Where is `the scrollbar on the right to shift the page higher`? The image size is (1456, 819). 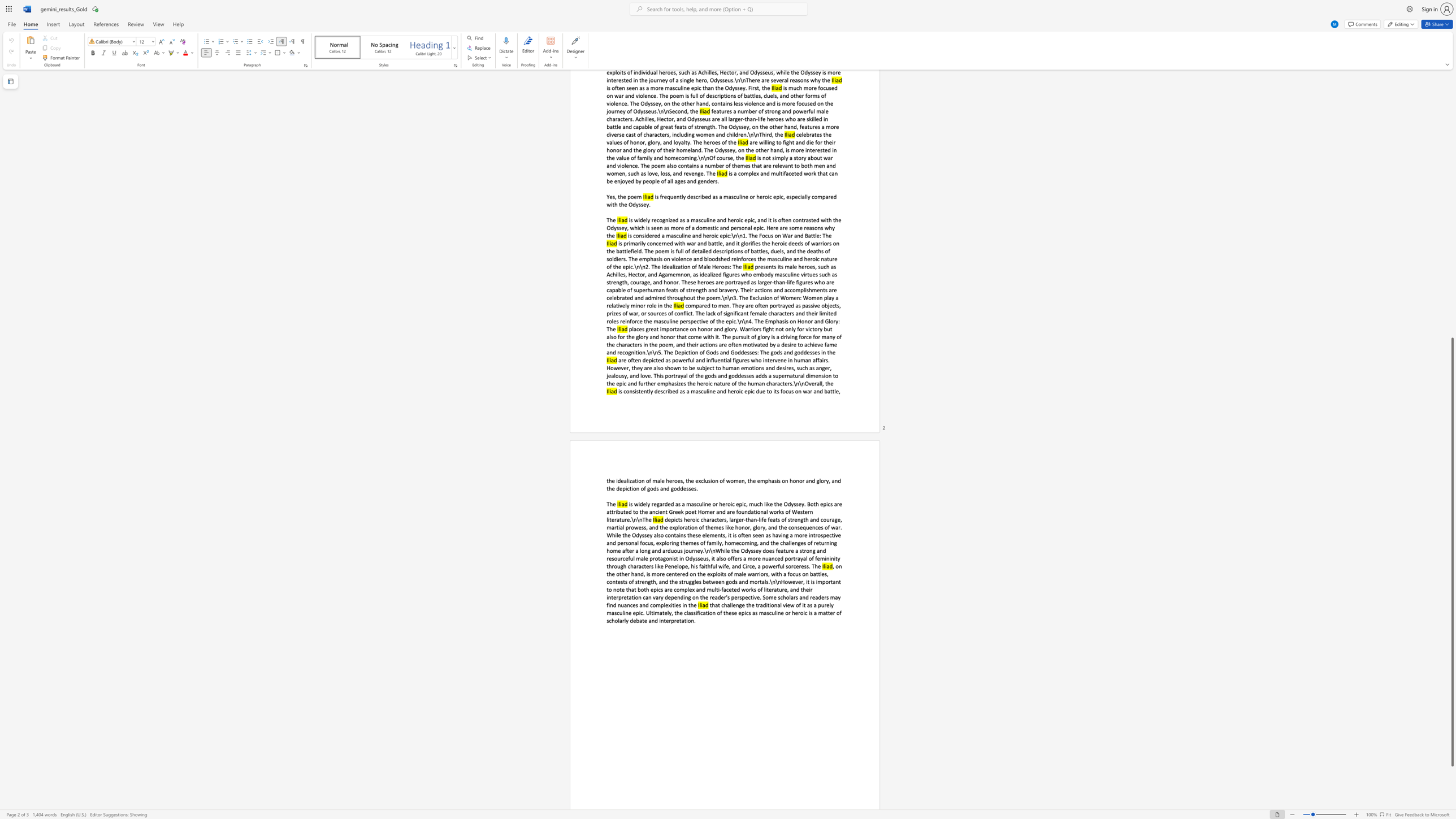
the scrollbar on the right to shift the page higher is located at coordinates (1451, 227).